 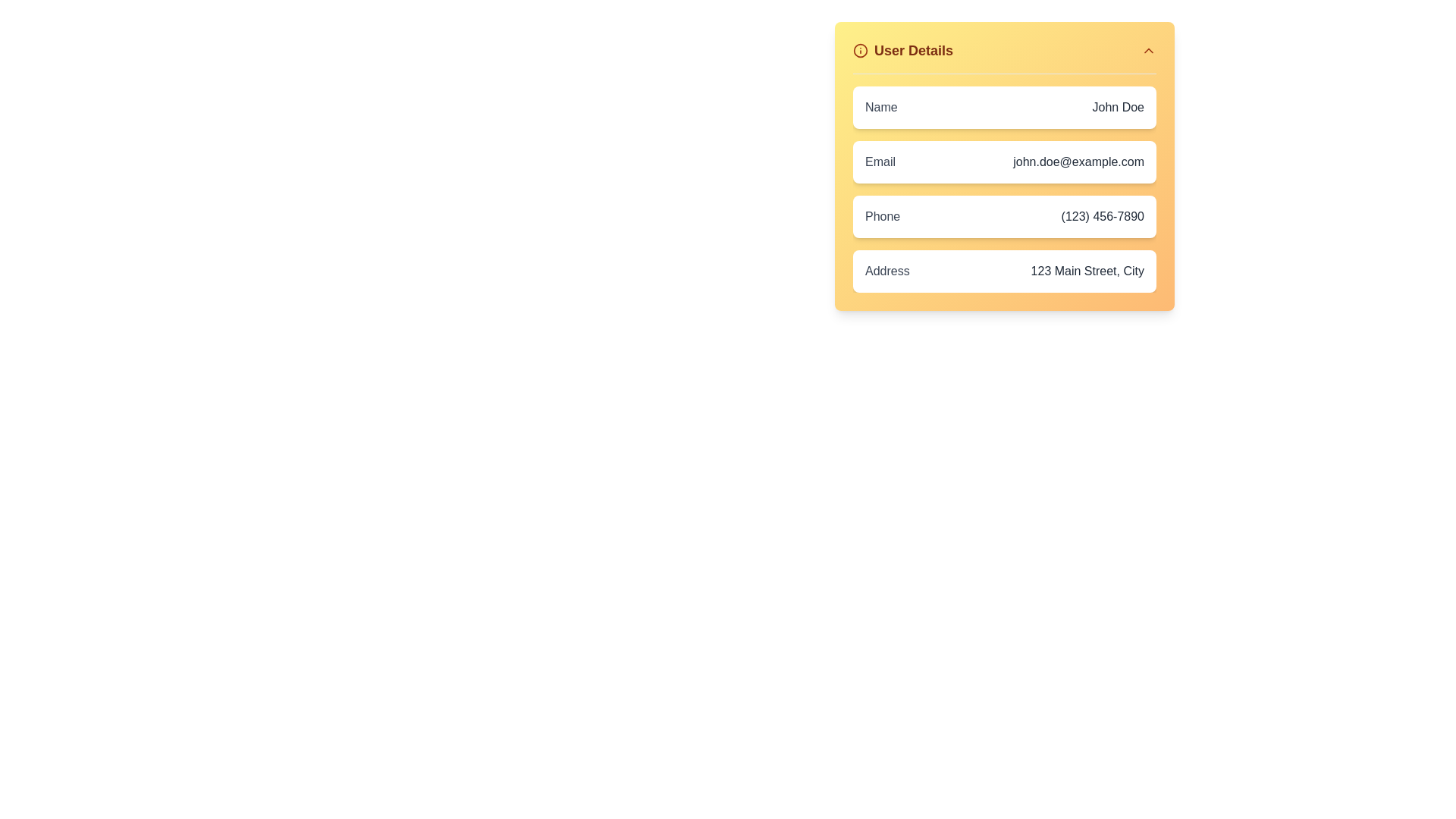 I want to click on the chevron upward icon button in vivid orange color located in the top-right corner of the 'User Details' panel, so click(x=1149, y=49).